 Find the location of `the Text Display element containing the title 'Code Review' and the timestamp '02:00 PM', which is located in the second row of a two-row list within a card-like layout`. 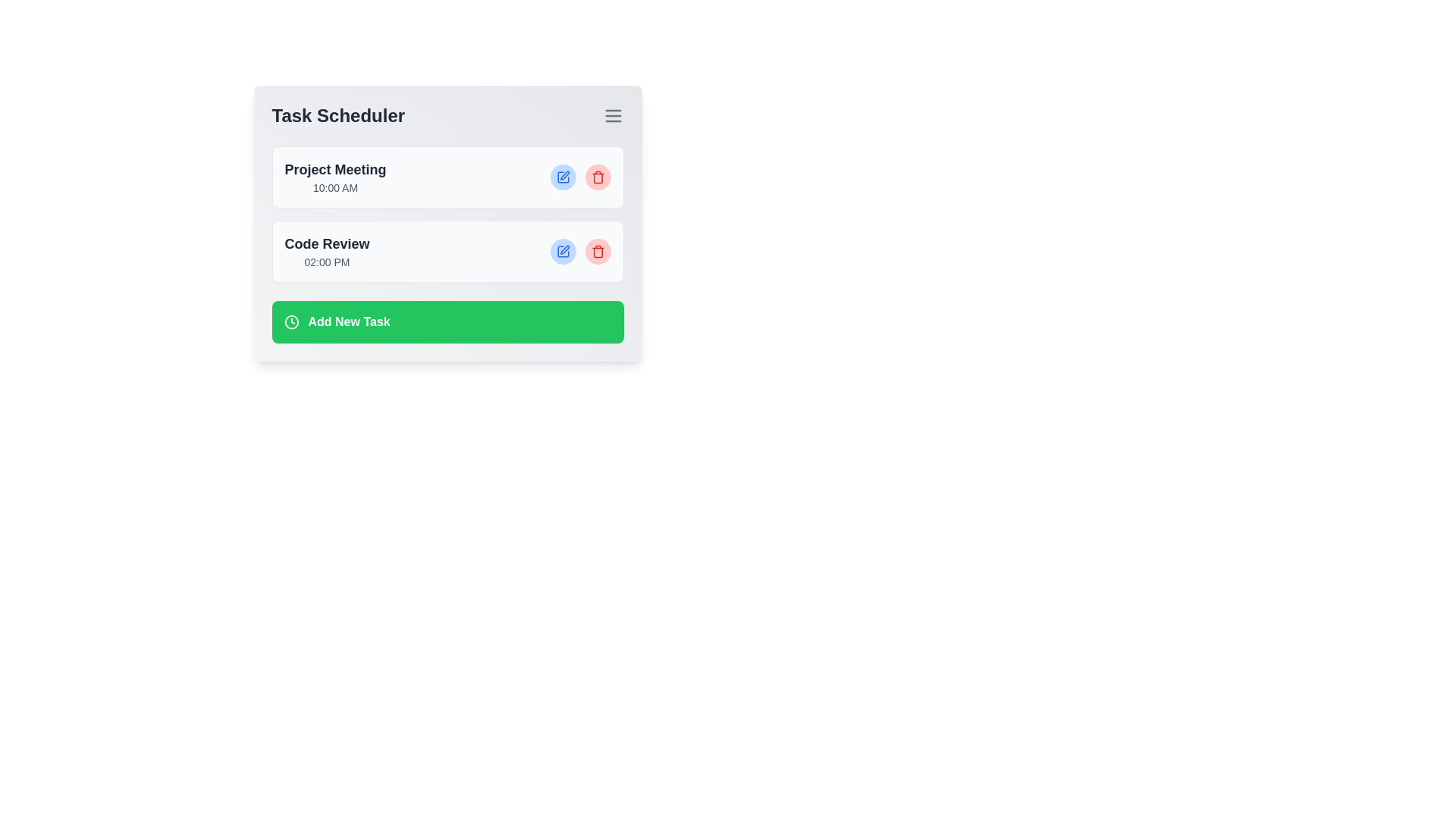

the Text Display element containing the title 'Code Review' and the timestamp '02:00 PM', which is located in the second row of a two-row list within a card-like layout is located at coordinates (326, 250).